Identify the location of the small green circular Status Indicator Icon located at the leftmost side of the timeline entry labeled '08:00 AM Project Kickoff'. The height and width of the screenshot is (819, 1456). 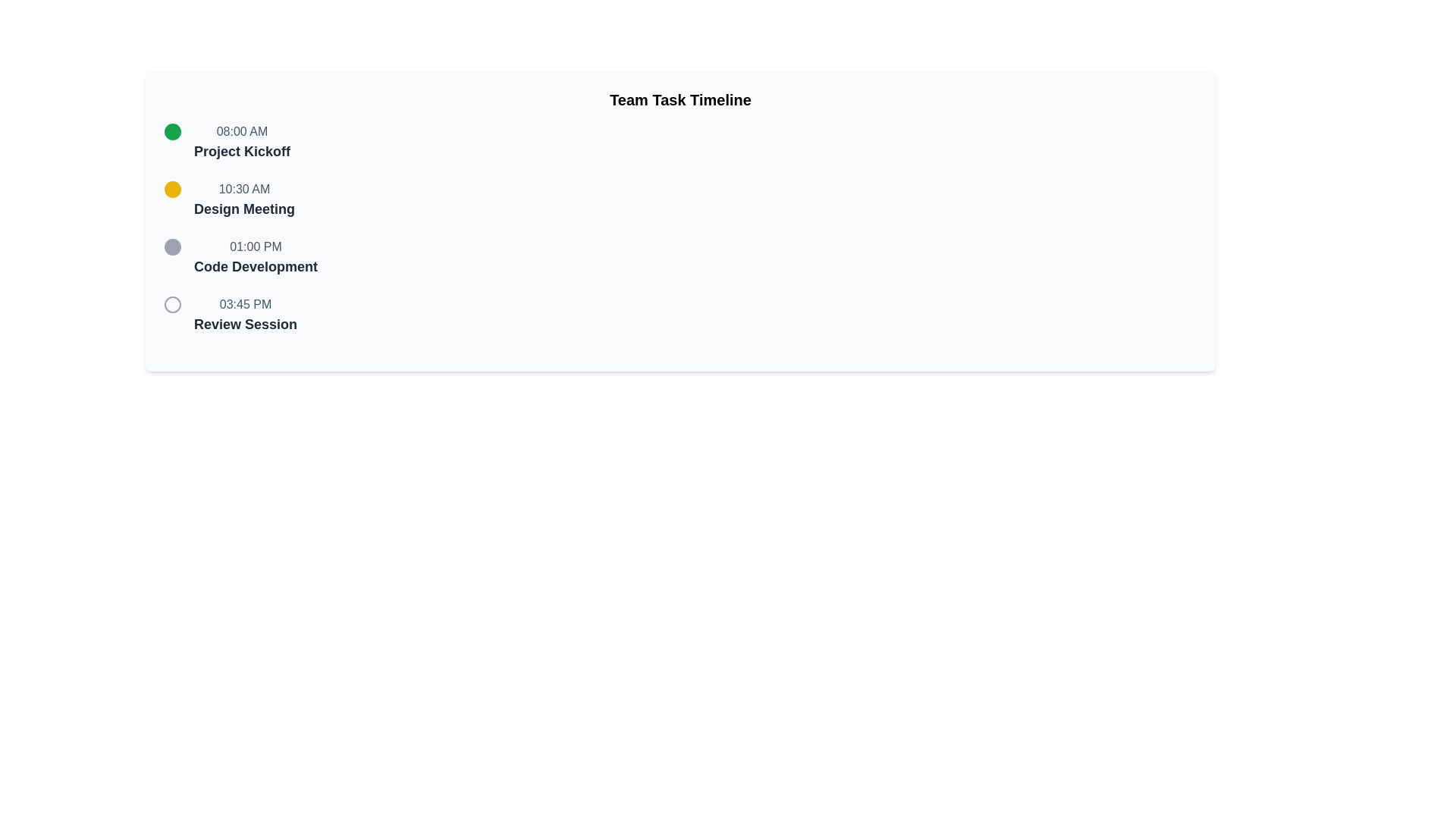
(172, 133).